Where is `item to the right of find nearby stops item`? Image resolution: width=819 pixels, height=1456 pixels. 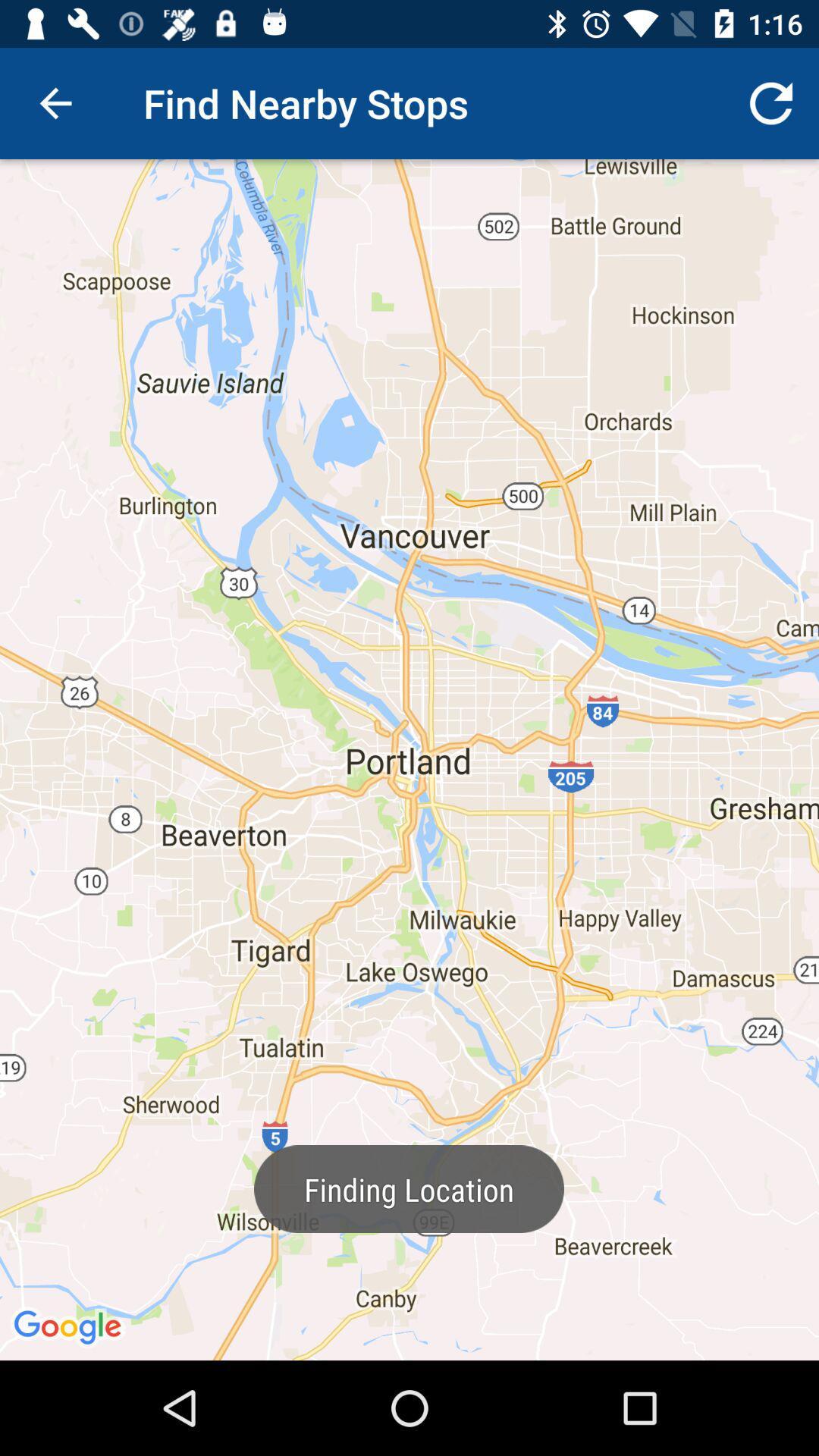 item to the right of find nearby stops item is located at coordinates (771, 102).